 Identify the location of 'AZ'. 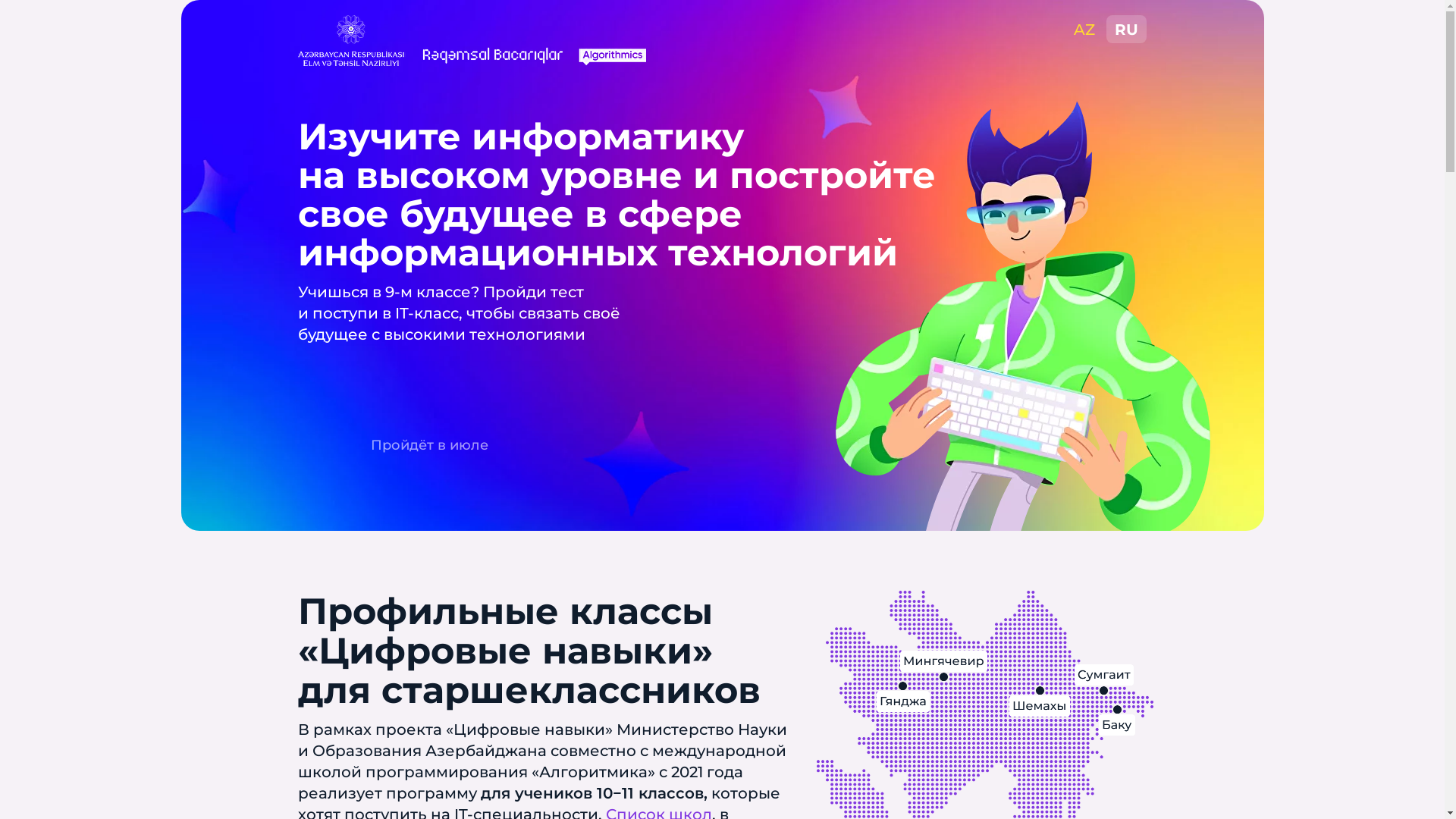
(1084, 29).